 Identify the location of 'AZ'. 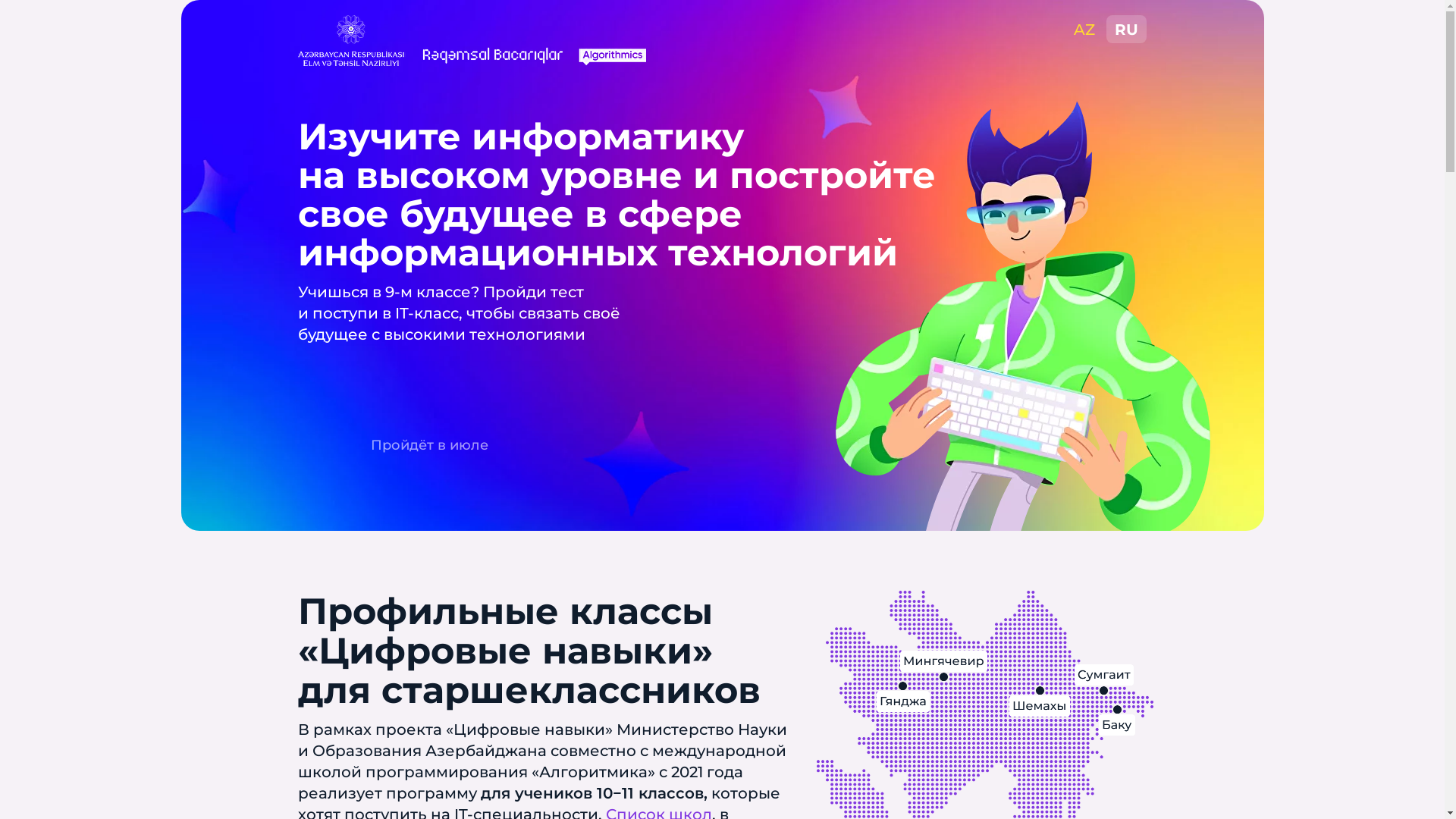
(1084, 29).